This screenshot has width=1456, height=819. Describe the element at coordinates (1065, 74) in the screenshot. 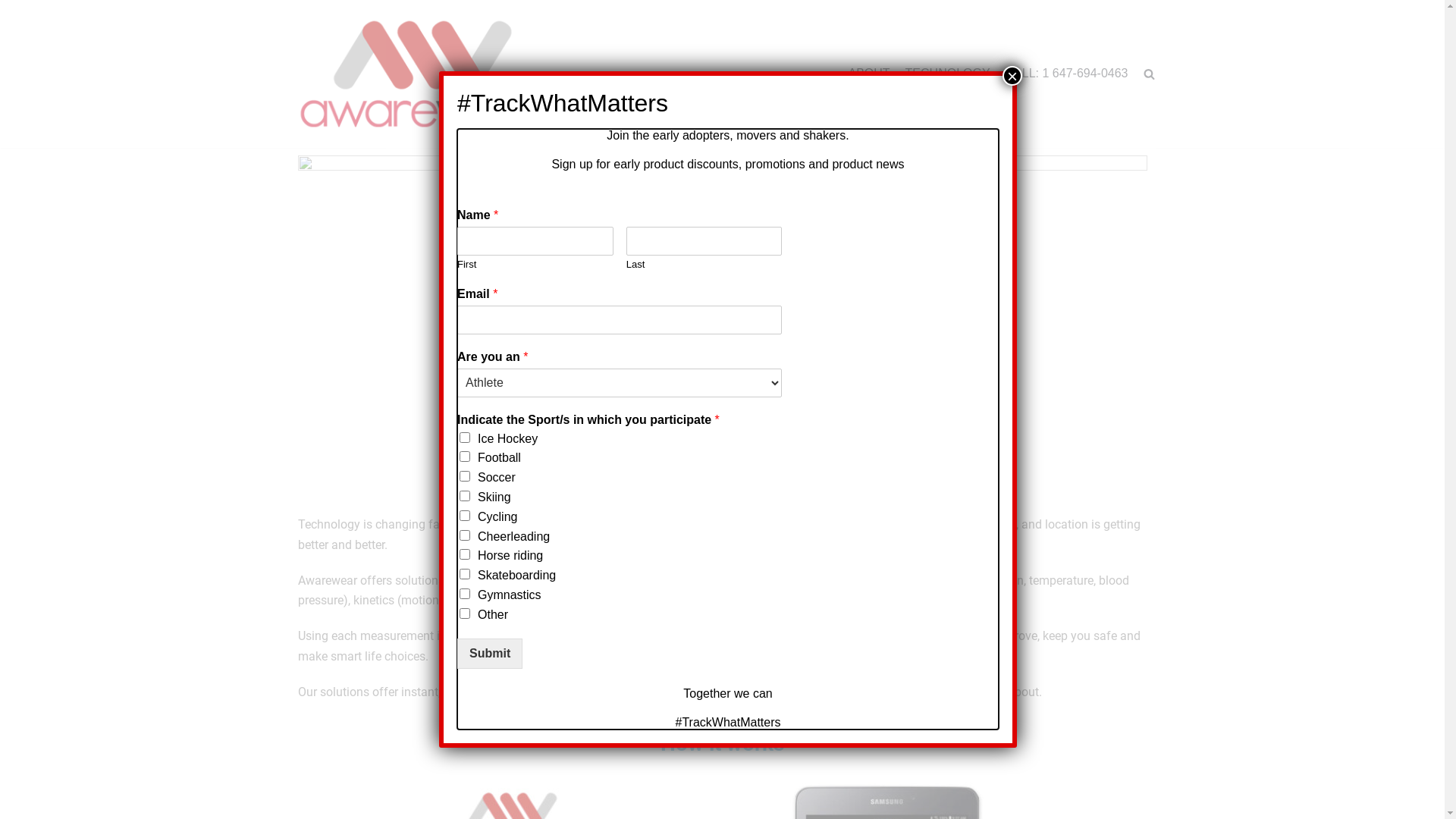

I see `'CALL: 1 647-694-0463'` at that location.